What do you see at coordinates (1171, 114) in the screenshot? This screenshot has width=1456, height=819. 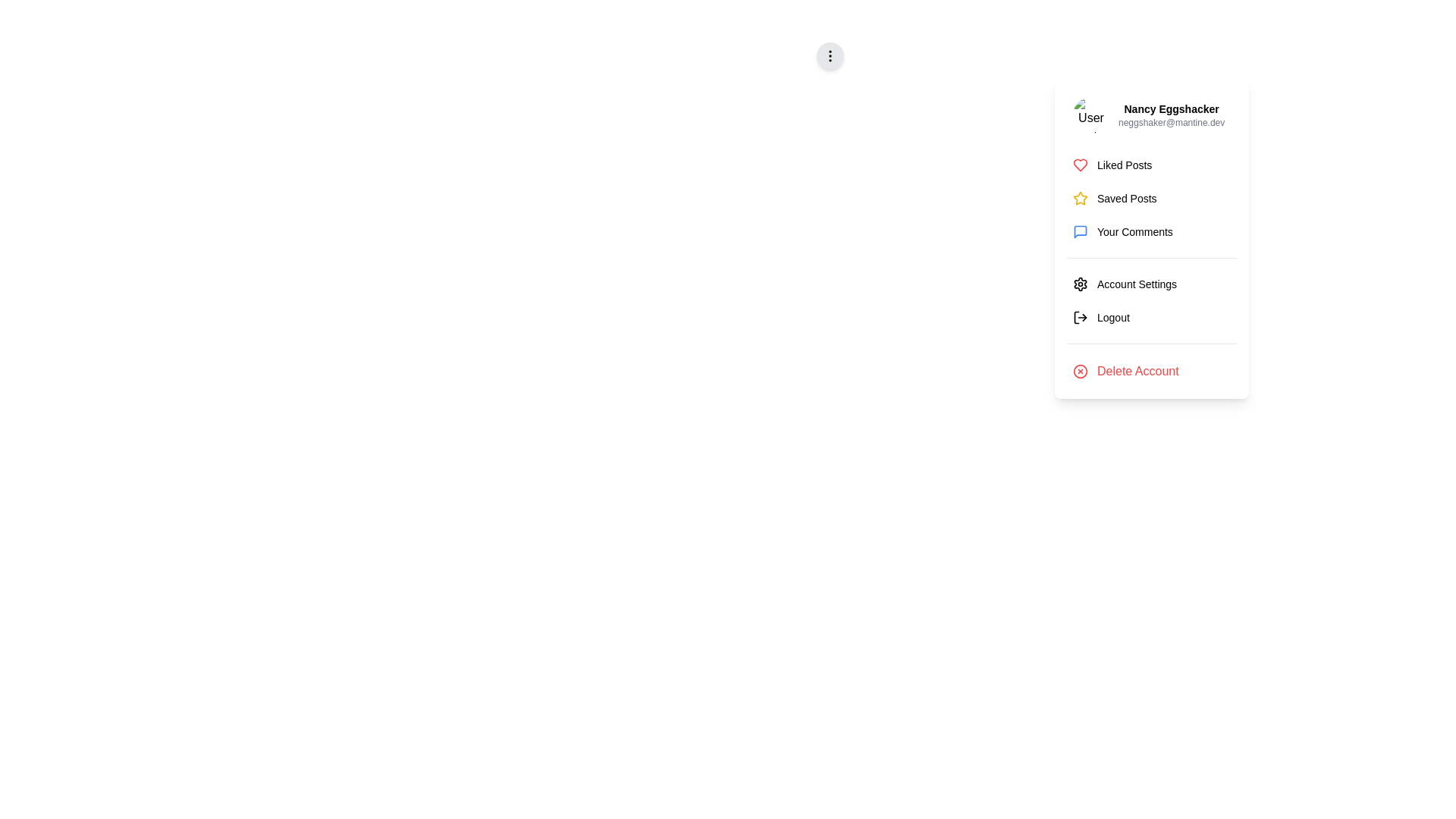 I see `user's name and email address displayed in the text display located in the top part of the dropdown menu, just to the right of the user avatar icon` at bounding box center [1171, 114].